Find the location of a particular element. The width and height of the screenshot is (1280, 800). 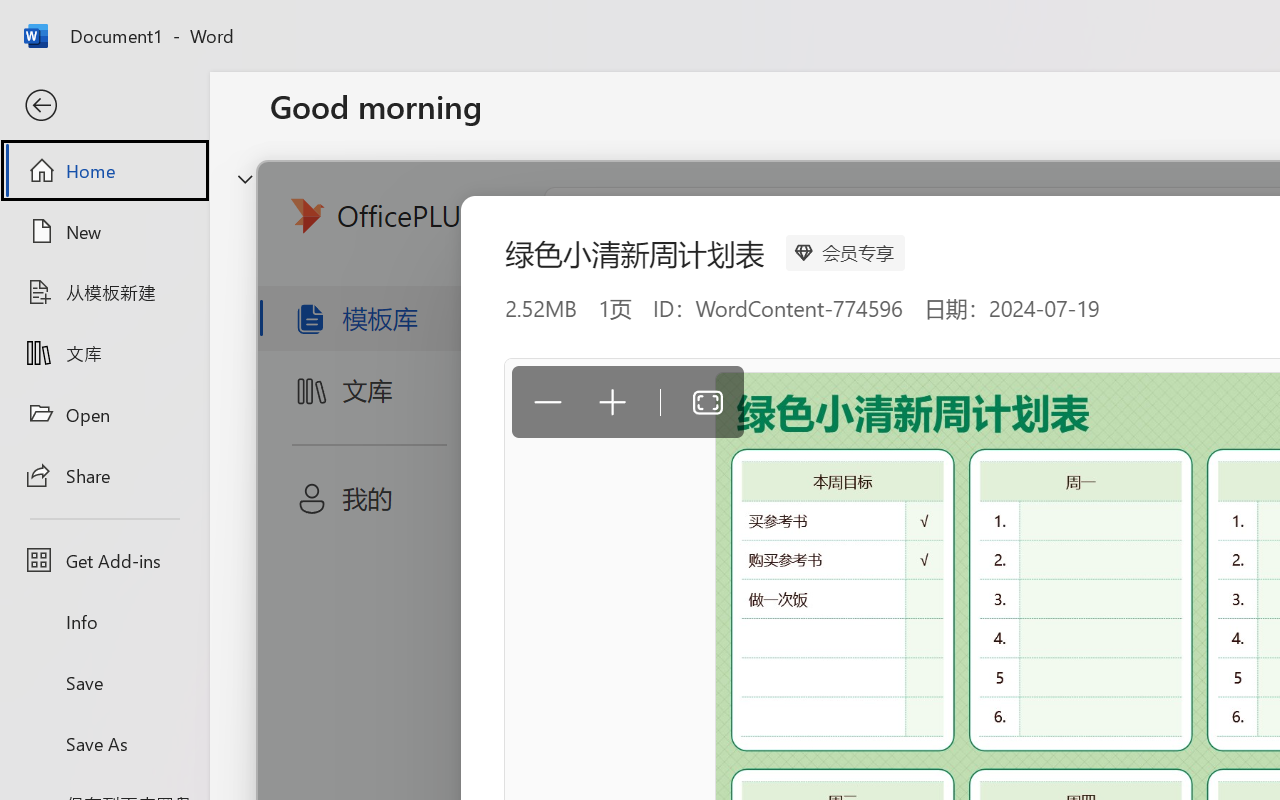

'Info' is located at coordinates (103, 621).